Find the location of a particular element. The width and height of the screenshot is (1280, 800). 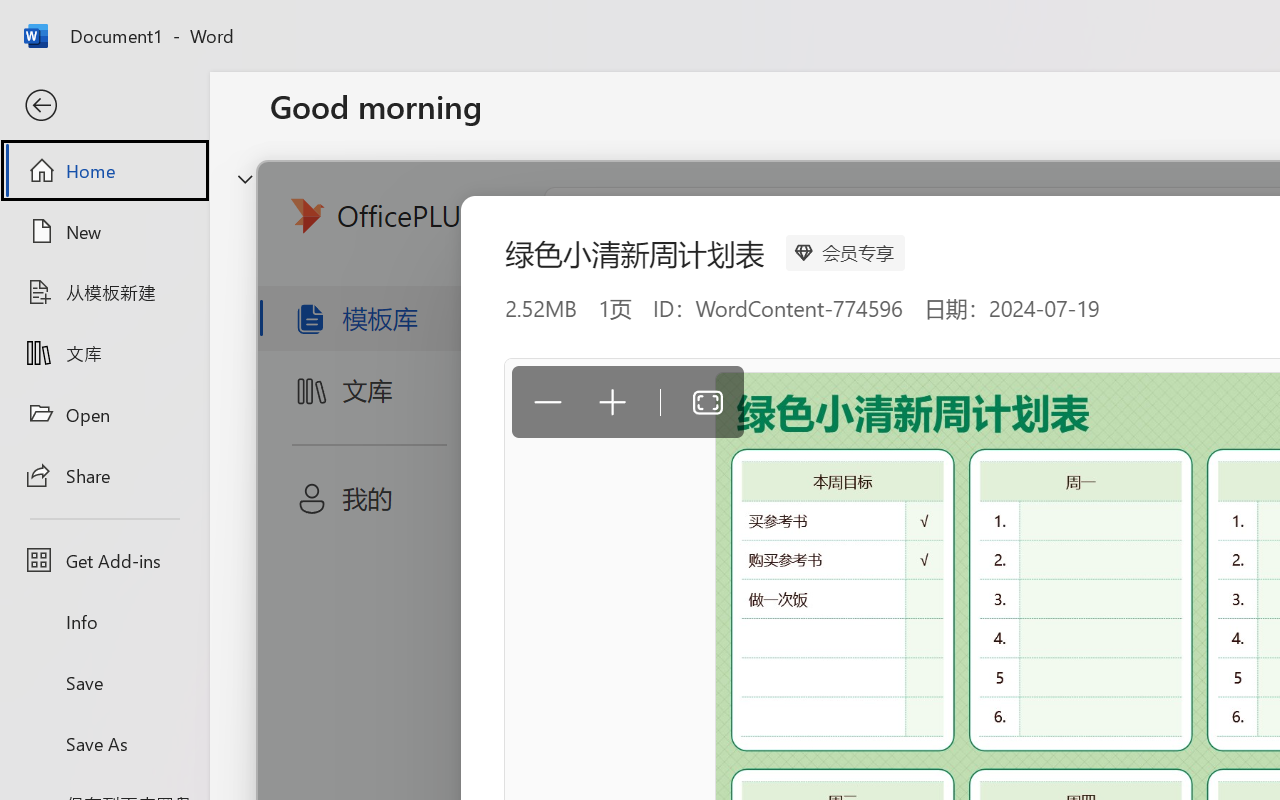

'Info' is located at coordinates (103, 621).